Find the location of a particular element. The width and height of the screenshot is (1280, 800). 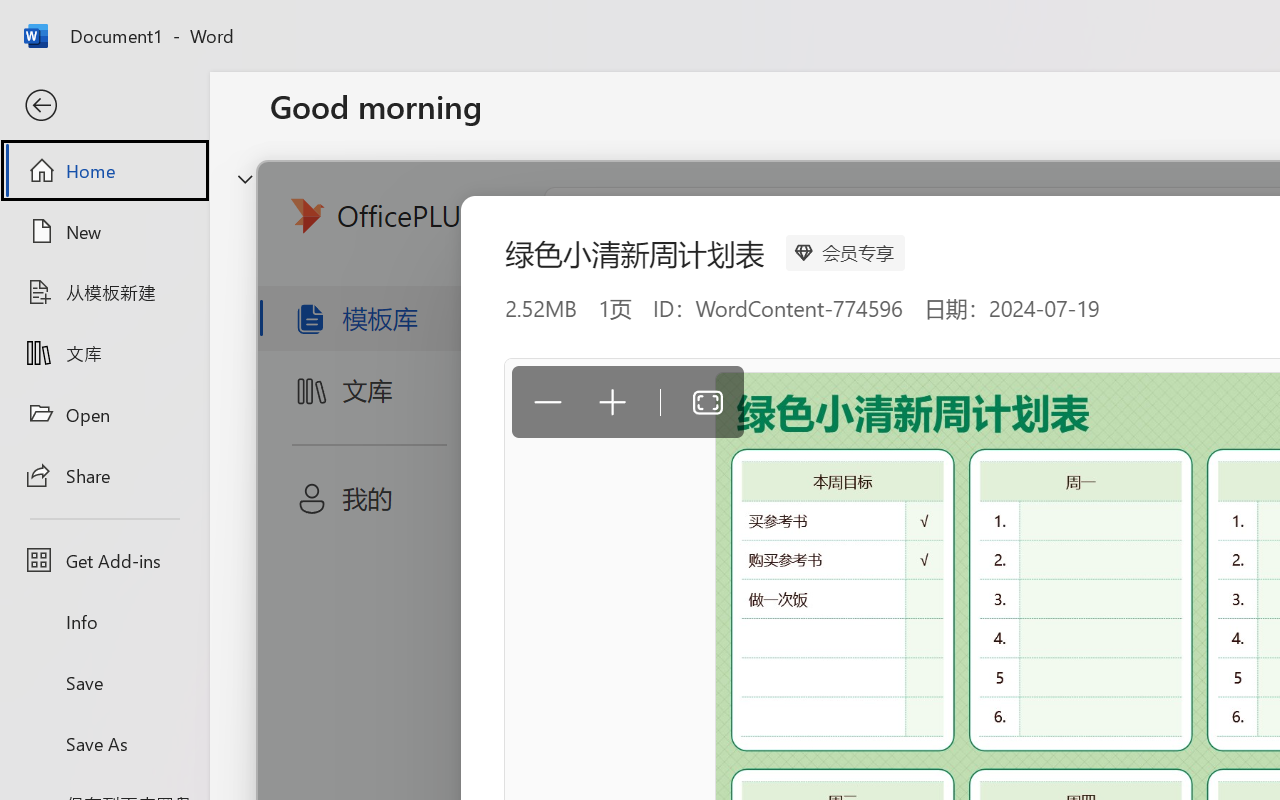

'Info' is located at coordinates (103, 621).